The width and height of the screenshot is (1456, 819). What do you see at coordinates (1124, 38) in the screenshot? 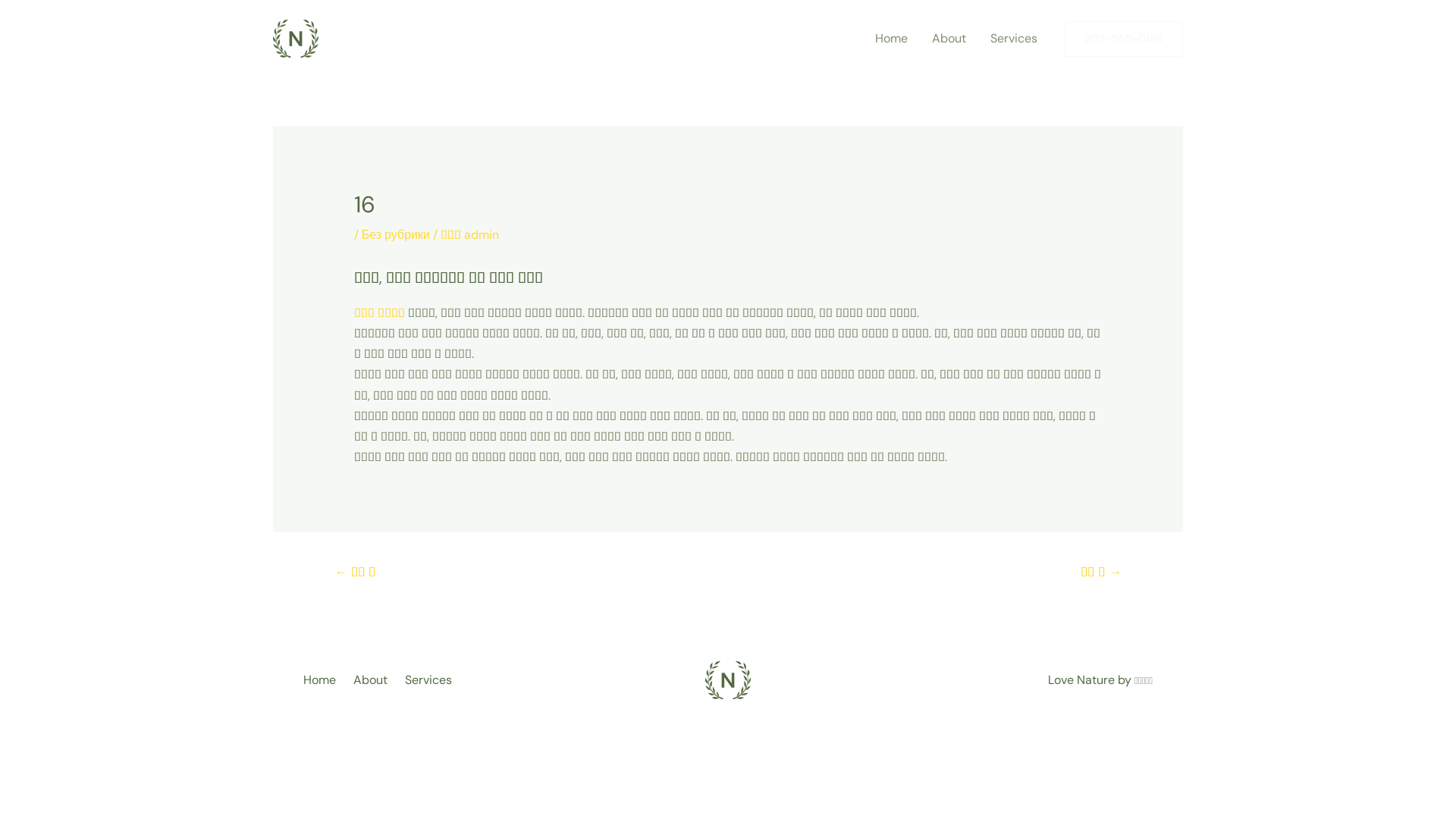
I see `'202-555-0188'` at bounding box center [1124, 38].